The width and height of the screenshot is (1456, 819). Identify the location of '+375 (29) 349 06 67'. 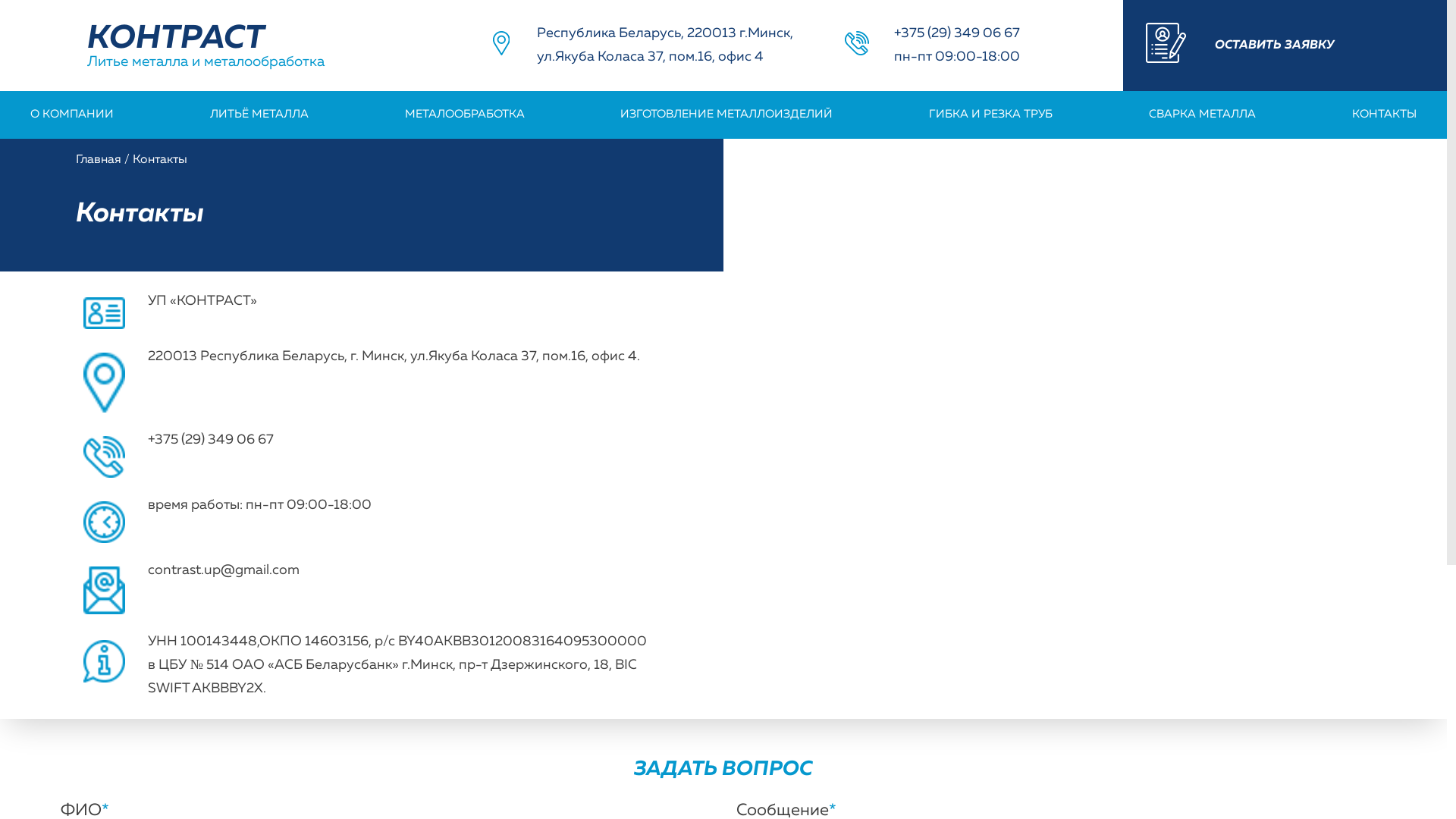
(894, 33).